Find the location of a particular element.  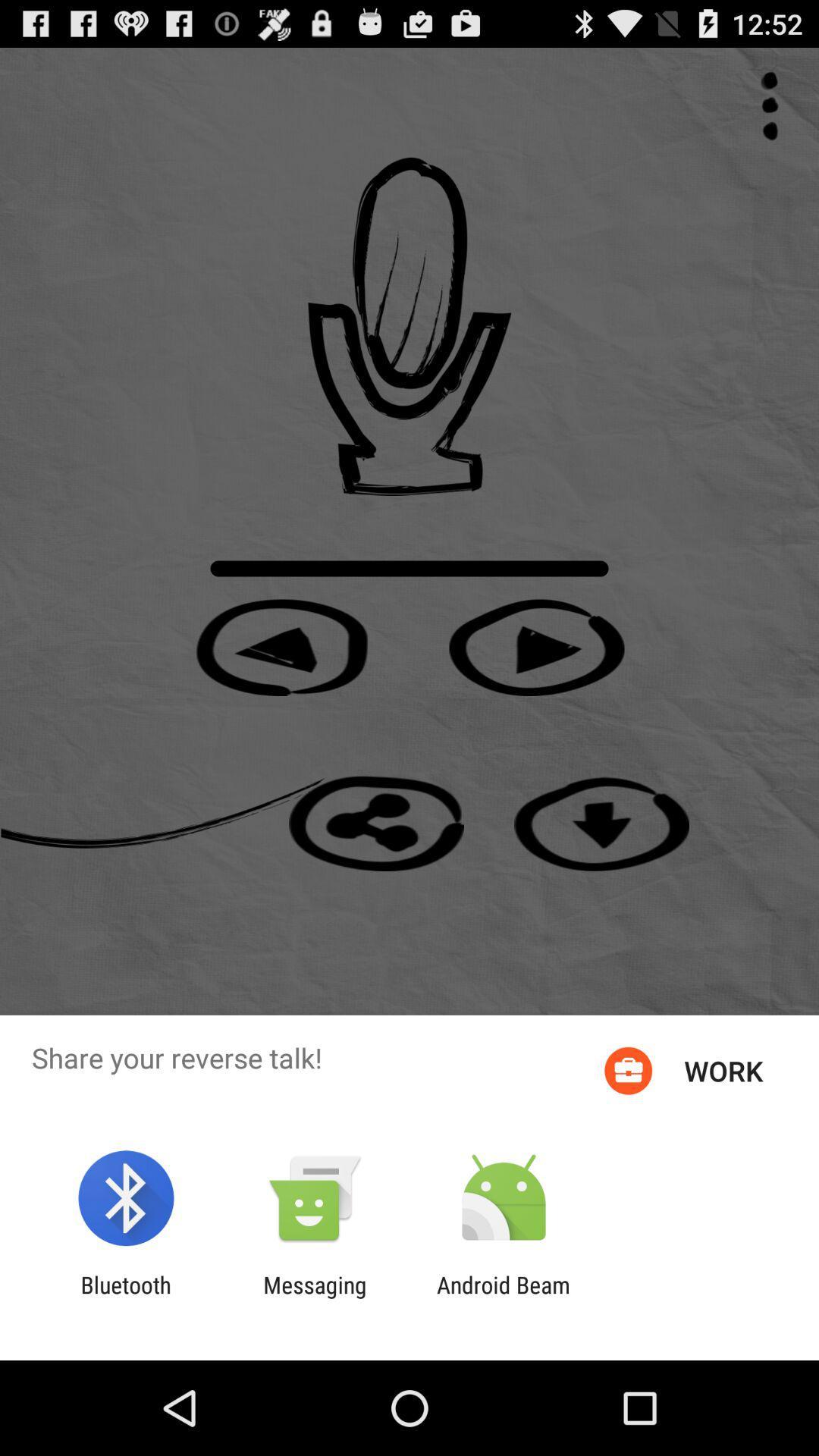

the android beam item is located at coordinates (504, 1298).